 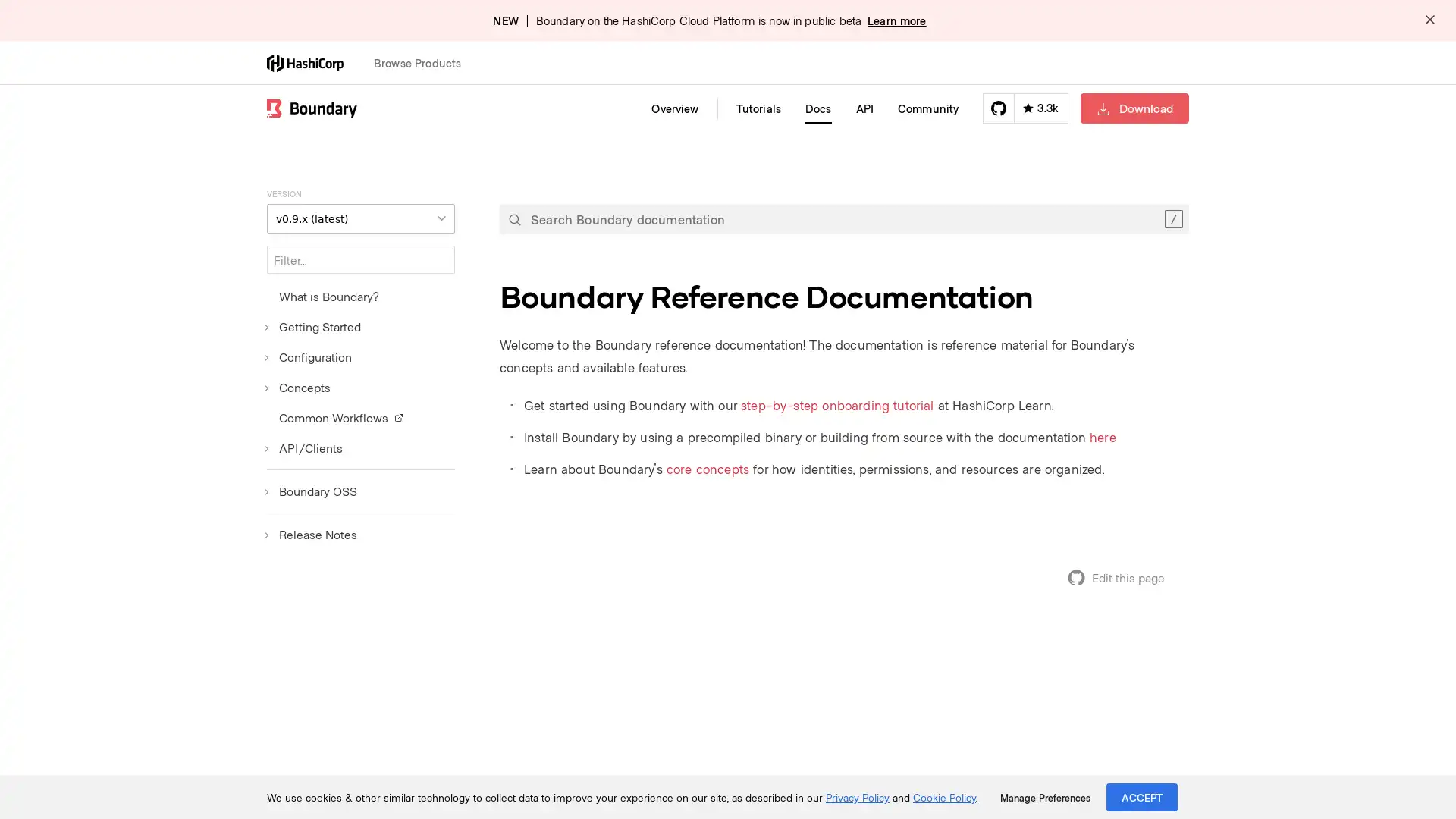 What do you see at coordinates (304, 447) in the screenshot?
I see `API/Clients` at bounding box center [304, 447].